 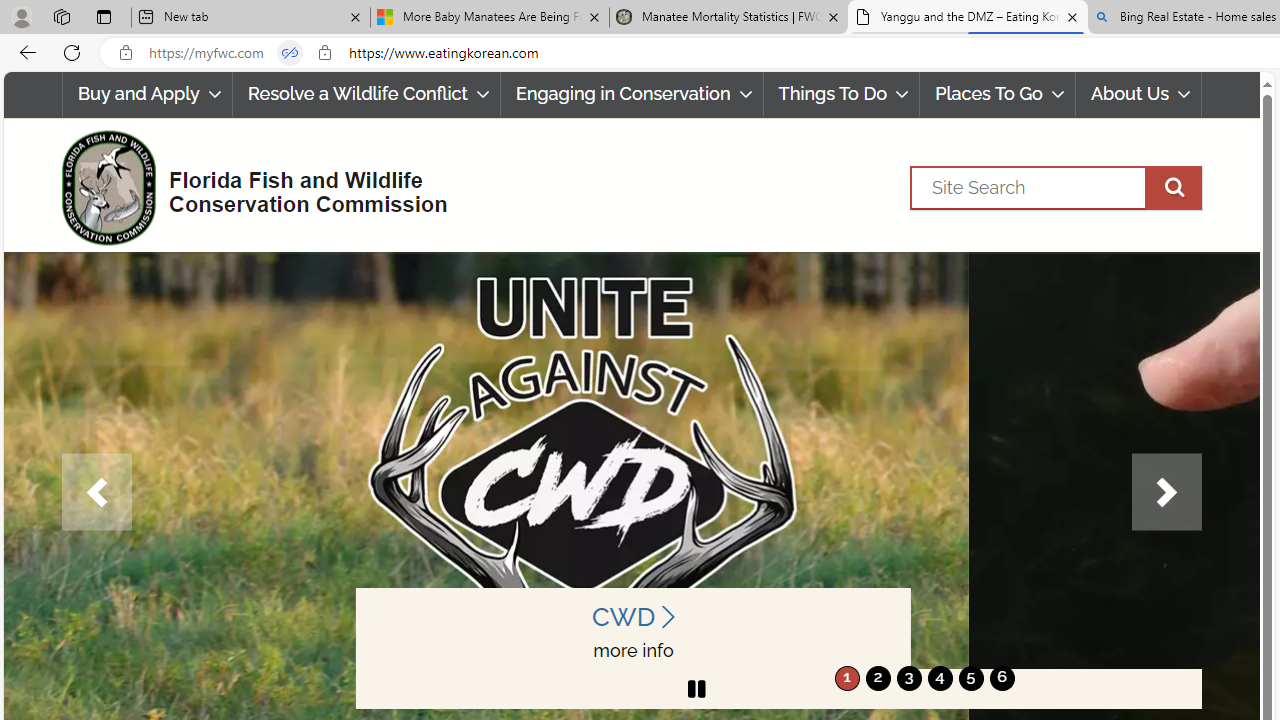 I want to click on 'move to slide 6', so click(x=1002, y=677).